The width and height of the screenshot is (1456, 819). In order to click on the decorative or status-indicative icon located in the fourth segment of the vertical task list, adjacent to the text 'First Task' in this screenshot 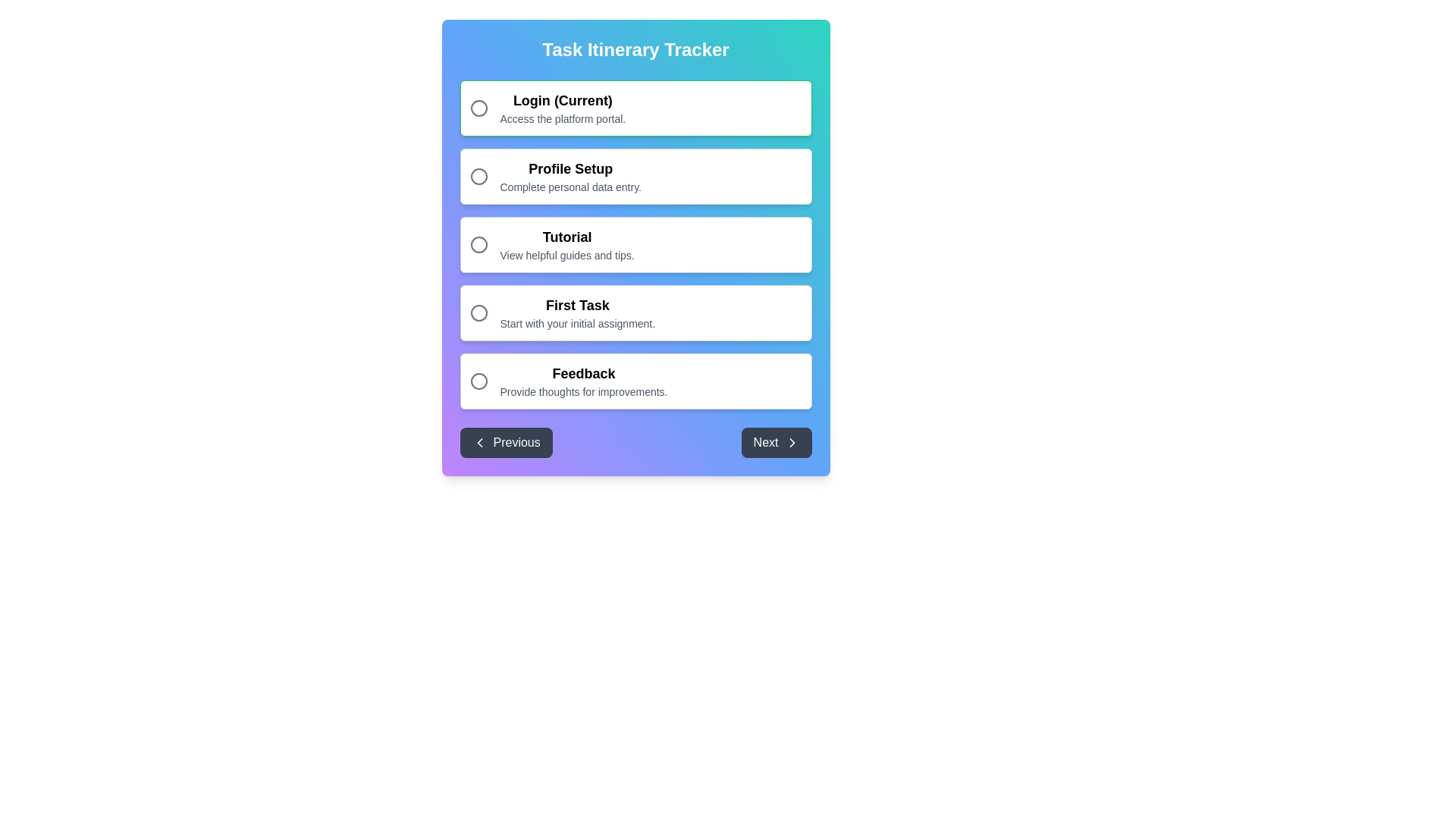, I will do `click(478, 312)`.